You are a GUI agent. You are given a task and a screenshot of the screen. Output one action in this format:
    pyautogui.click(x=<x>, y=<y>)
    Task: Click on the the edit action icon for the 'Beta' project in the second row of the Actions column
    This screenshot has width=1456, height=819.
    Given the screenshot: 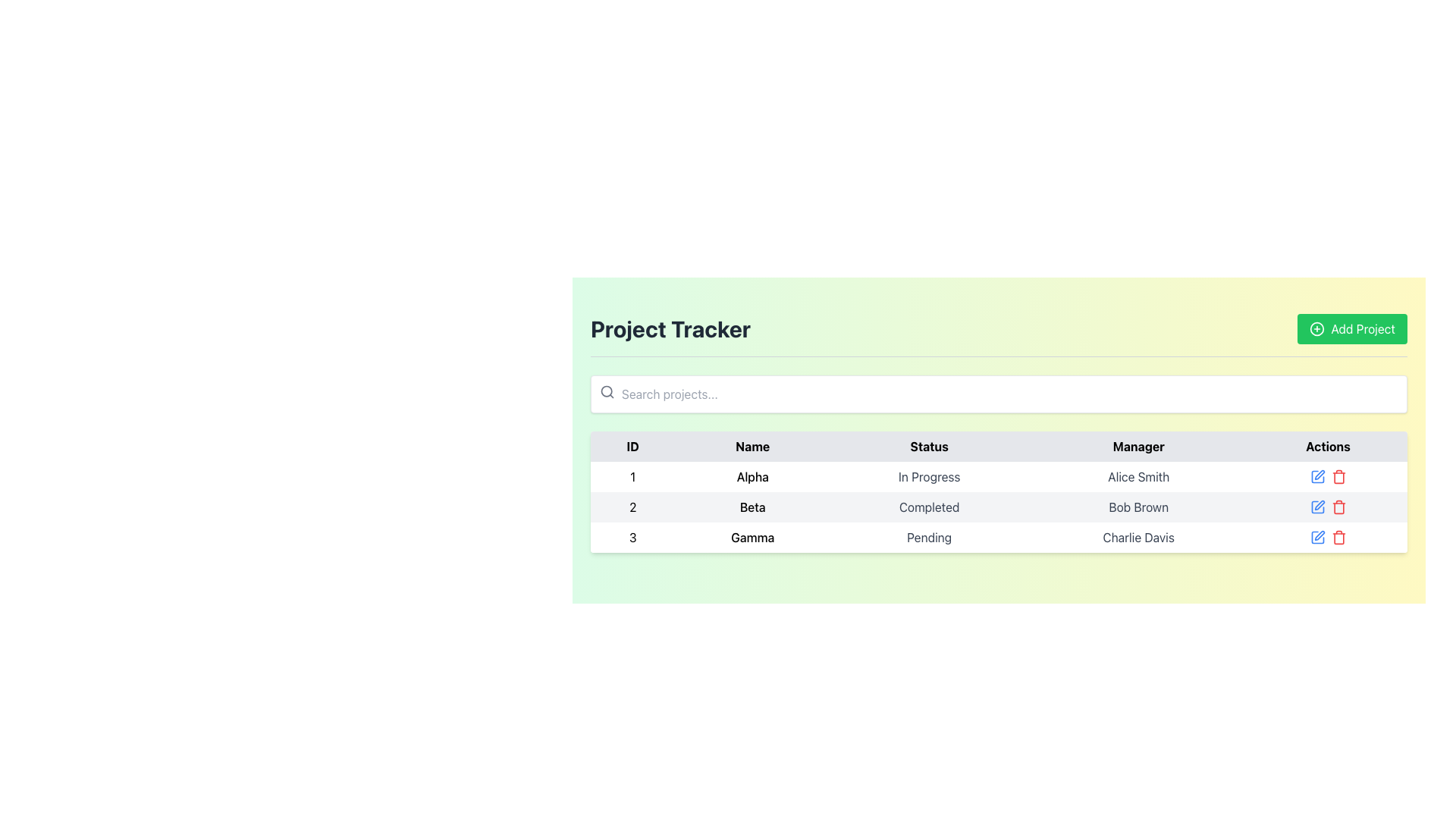 What is the action you would take?
    pyautogui.click(x=1319, y=505)
    